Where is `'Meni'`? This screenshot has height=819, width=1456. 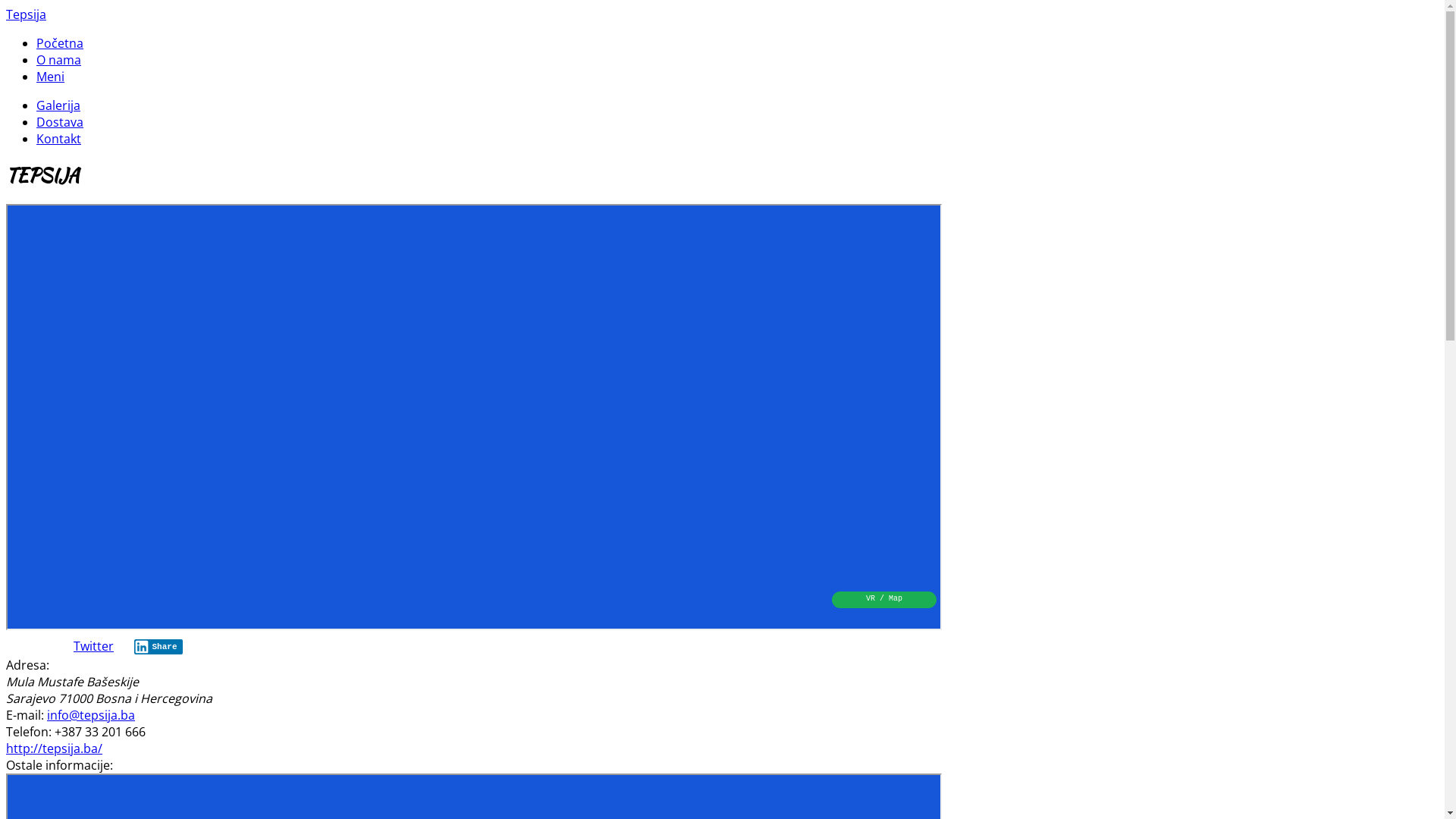
'Meni' is located at coordinates (50, 76).